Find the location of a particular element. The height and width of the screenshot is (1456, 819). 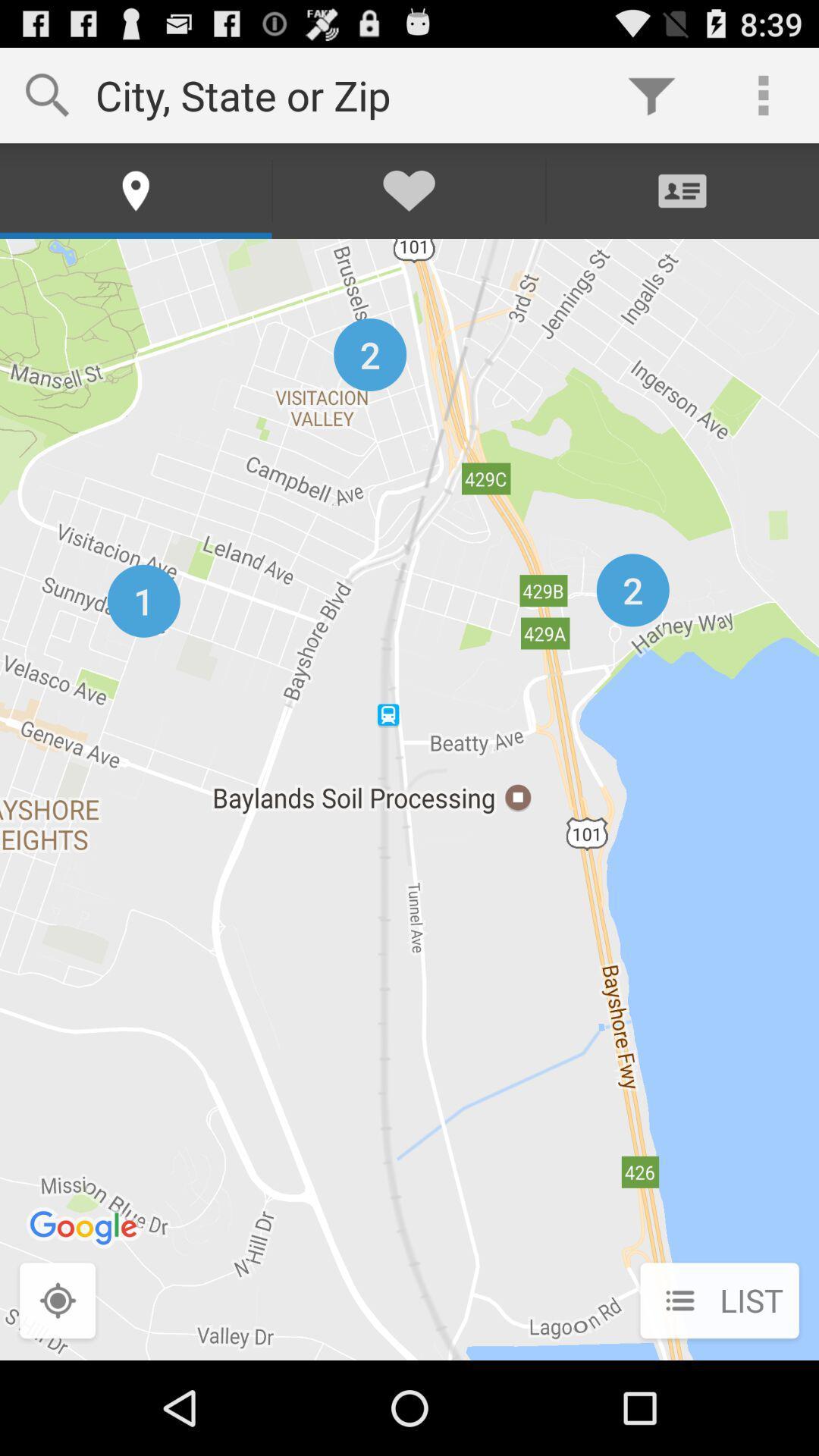

the list icon is located at coordinates (719, 1301).